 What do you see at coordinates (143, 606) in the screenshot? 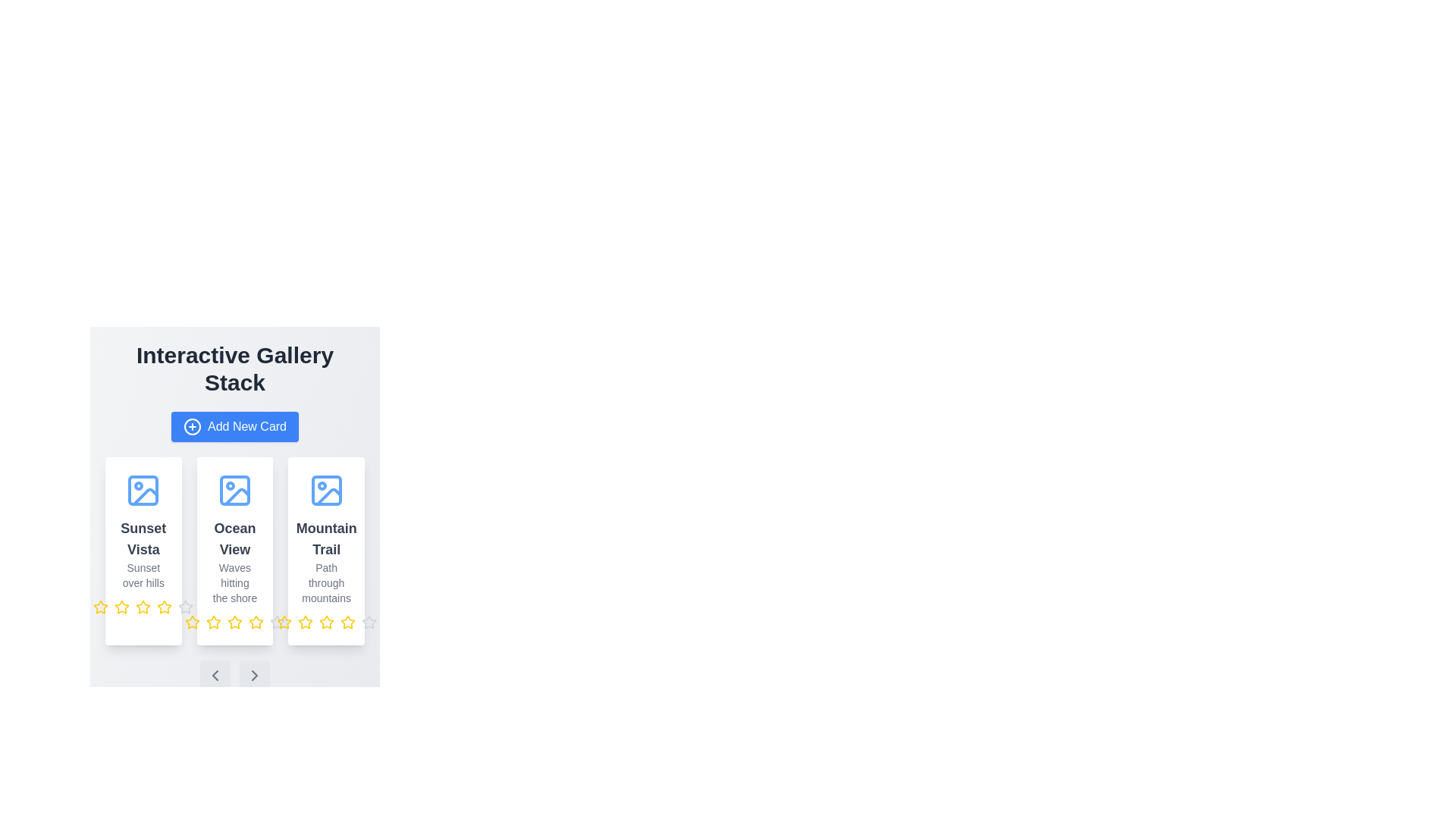
I see `the third star in the rating group beneath the 'Sunset Vista' card` at bounding box center [143, 606].